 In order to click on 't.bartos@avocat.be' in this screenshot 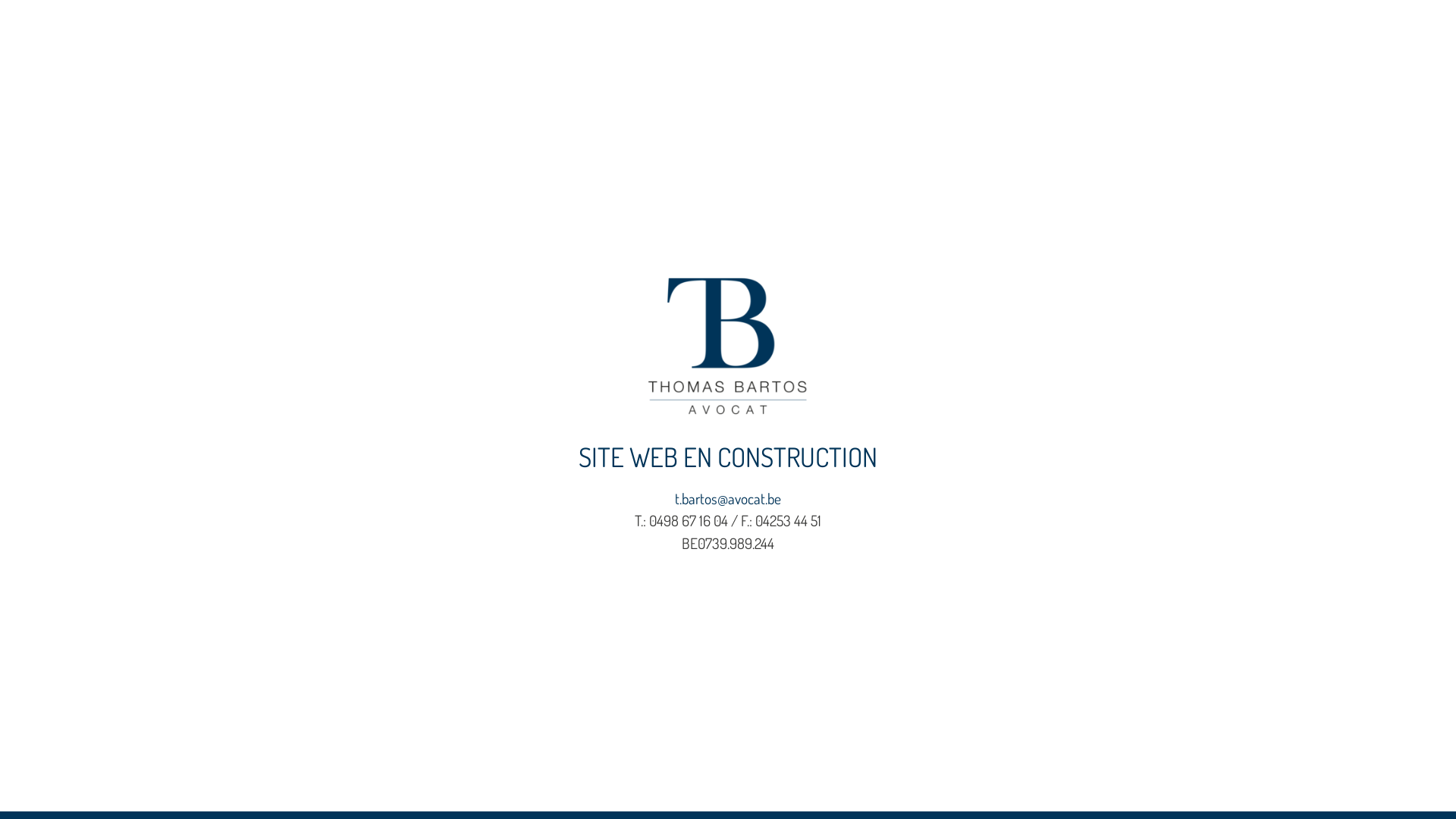, I will do `click(673, 498)`.